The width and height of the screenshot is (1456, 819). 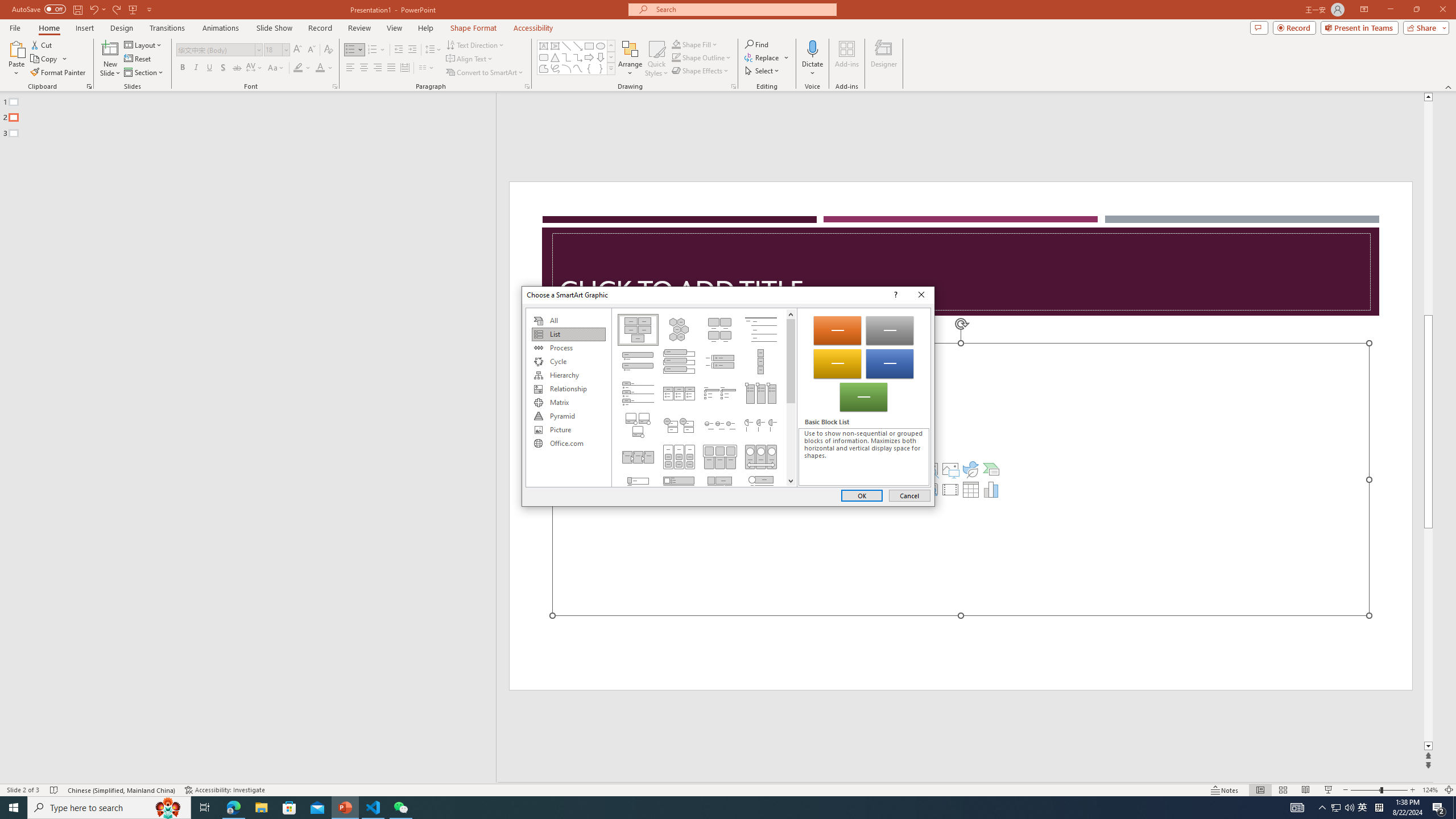 What do you see at coordinates (895, 295) in the screenshot?
I see `'Context help'` at bounding box center [895, 295].